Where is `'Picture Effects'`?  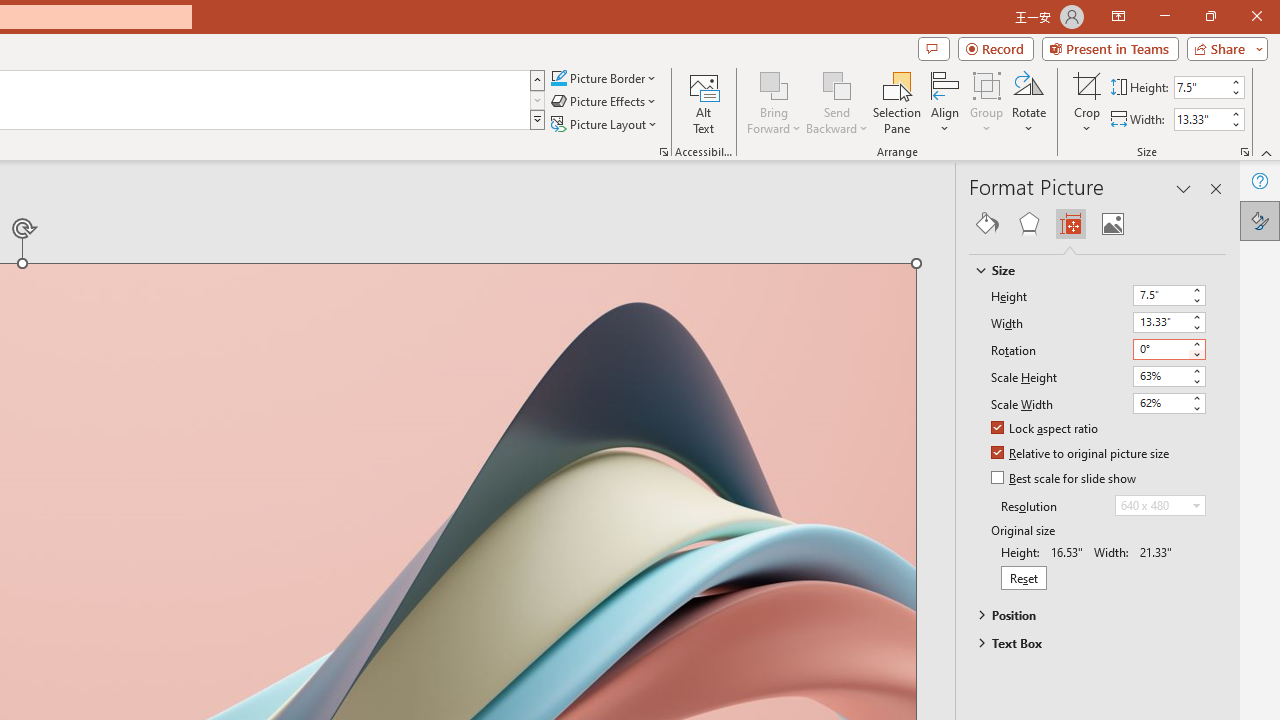 'Picture Effects' is located at coordinates (604, 101).